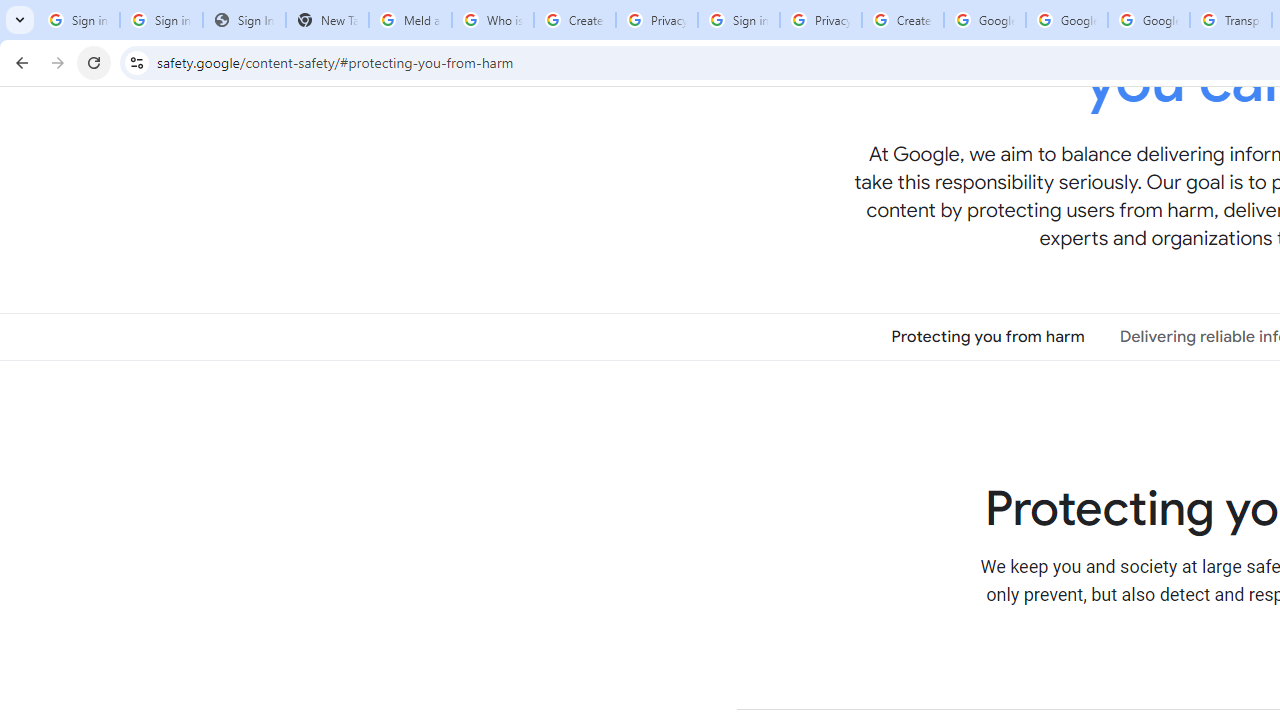 This screenshot has height=720, width=1280. I want to click on 'New Tab', so click(327, 20).